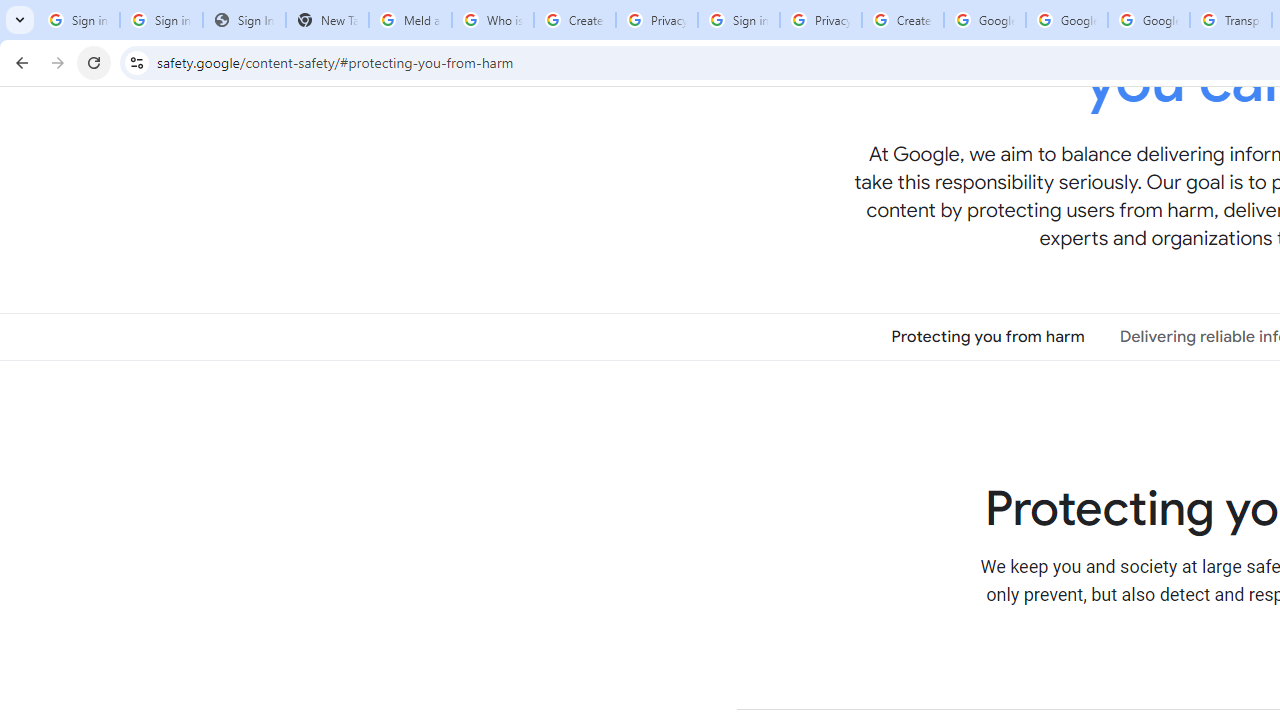 This screenshot has height=720, width=1280. I want to click on 'New Tab', so click(327, 20).